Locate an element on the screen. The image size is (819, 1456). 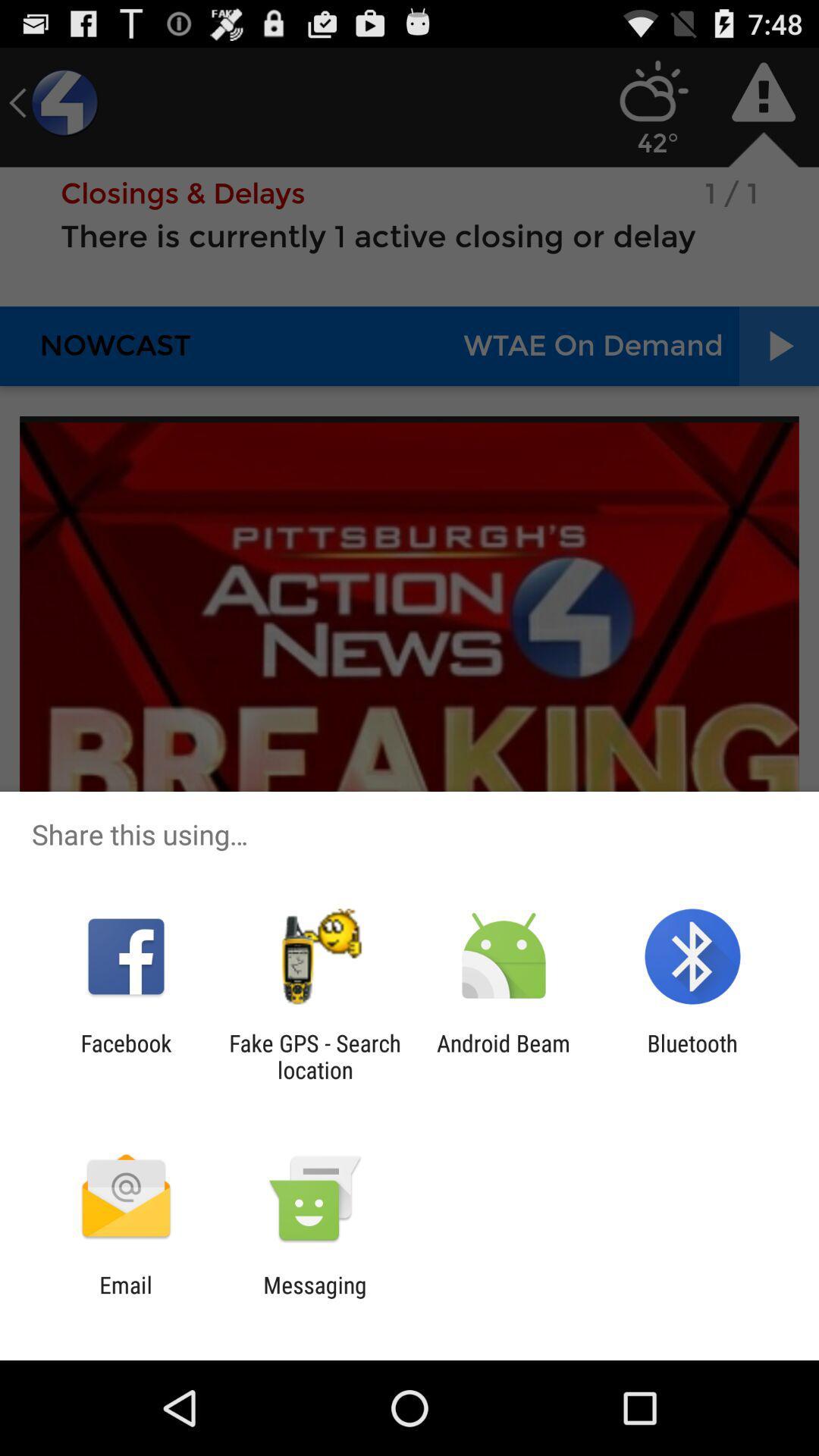
the icon next to the email is located at coordinates (314, 1298).